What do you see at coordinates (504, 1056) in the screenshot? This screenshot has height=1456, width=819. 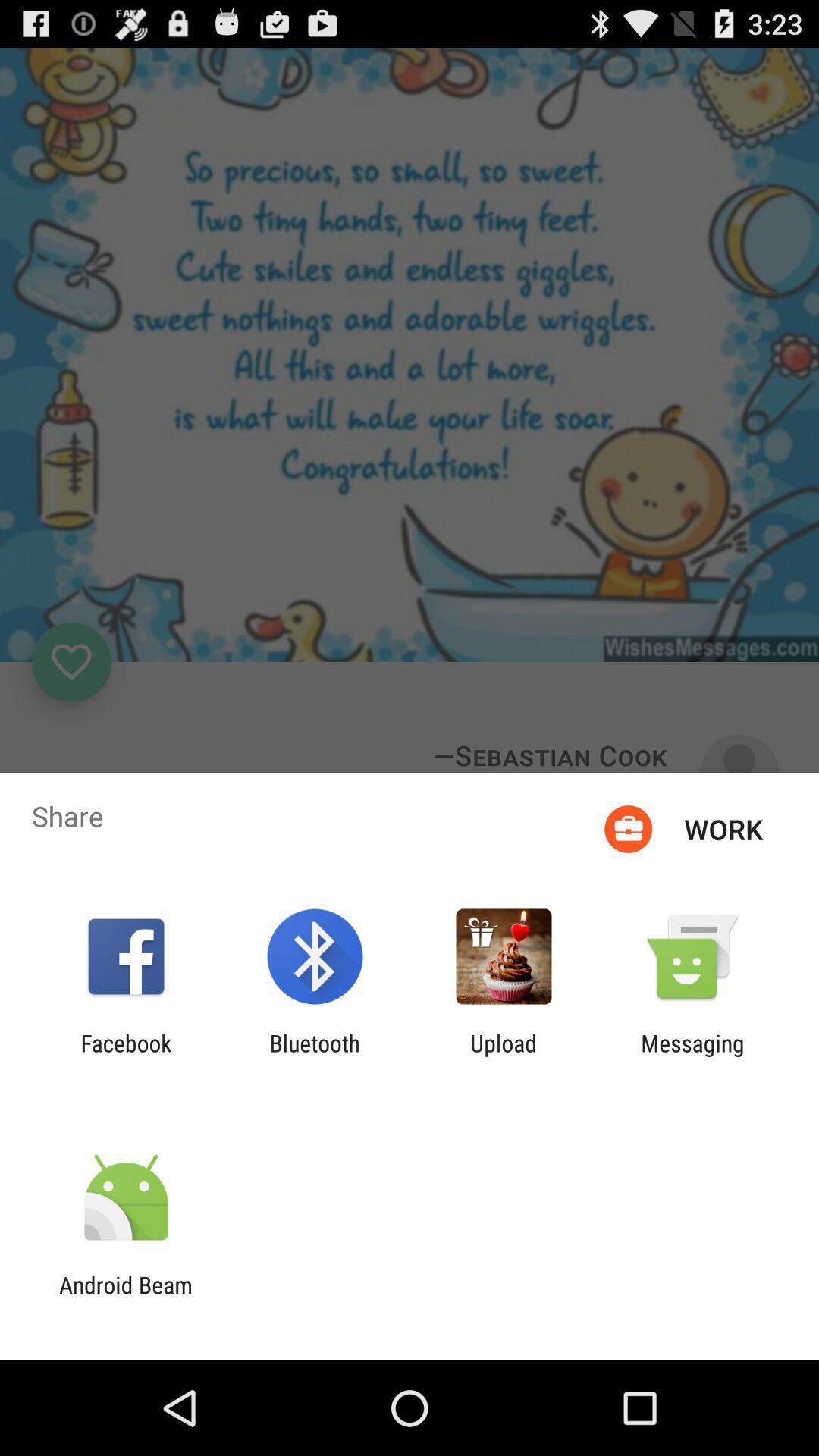 I see `icon to the left of messaging icon` at bounding box center [504, 1056].